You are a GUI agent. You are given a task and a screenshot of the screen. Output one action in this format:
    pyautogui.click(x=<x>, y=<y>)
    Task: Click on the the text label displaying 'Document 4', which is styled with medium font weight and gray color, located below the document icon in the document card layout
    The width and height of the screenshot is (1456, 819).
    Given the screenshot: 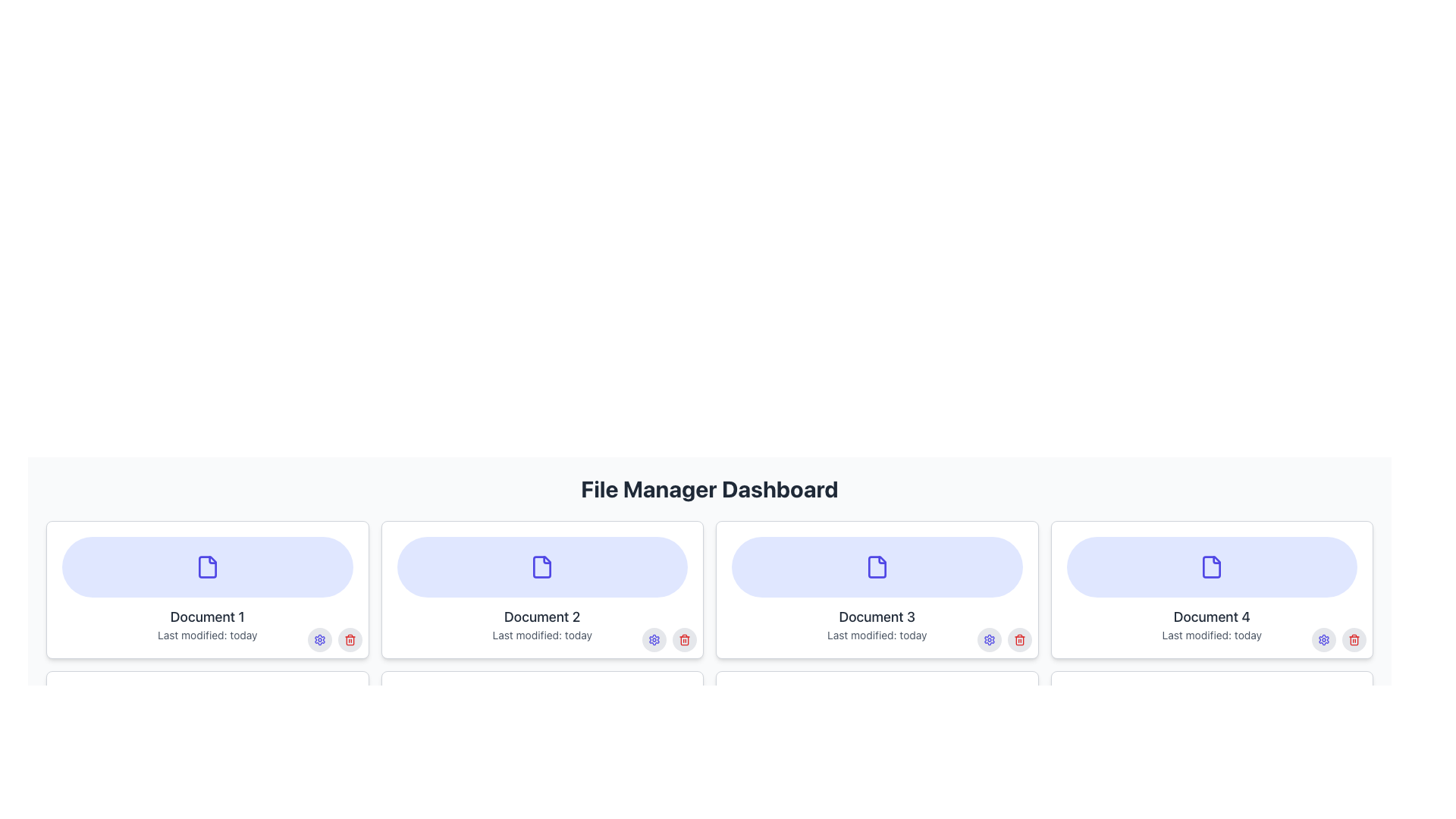 What is the action you would take?
    pyautogui.click(x=1211, y=617)
    